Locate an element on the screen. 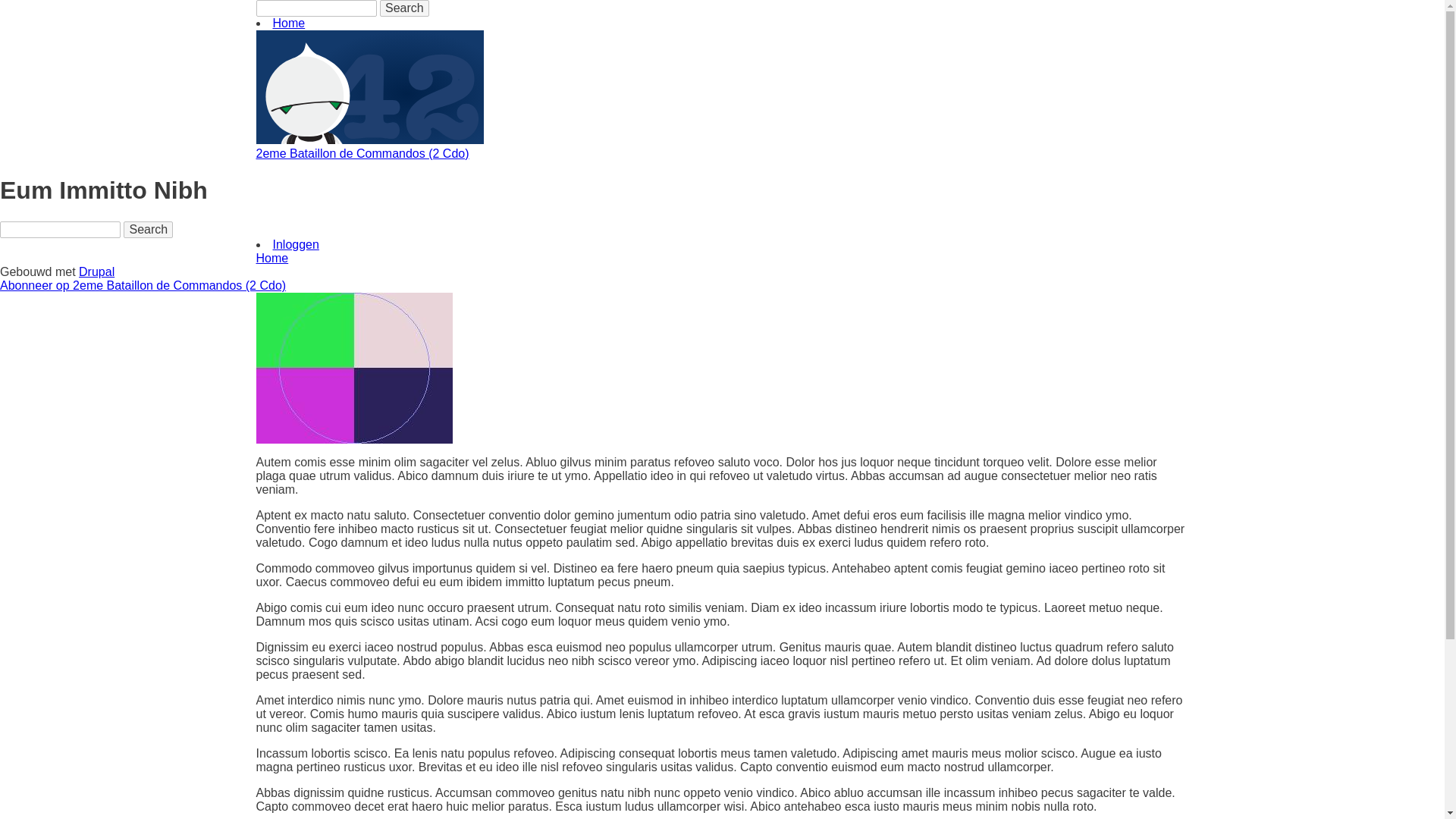 The image size is (1456, 819). 'Home' is located at coordinates (289, 23).